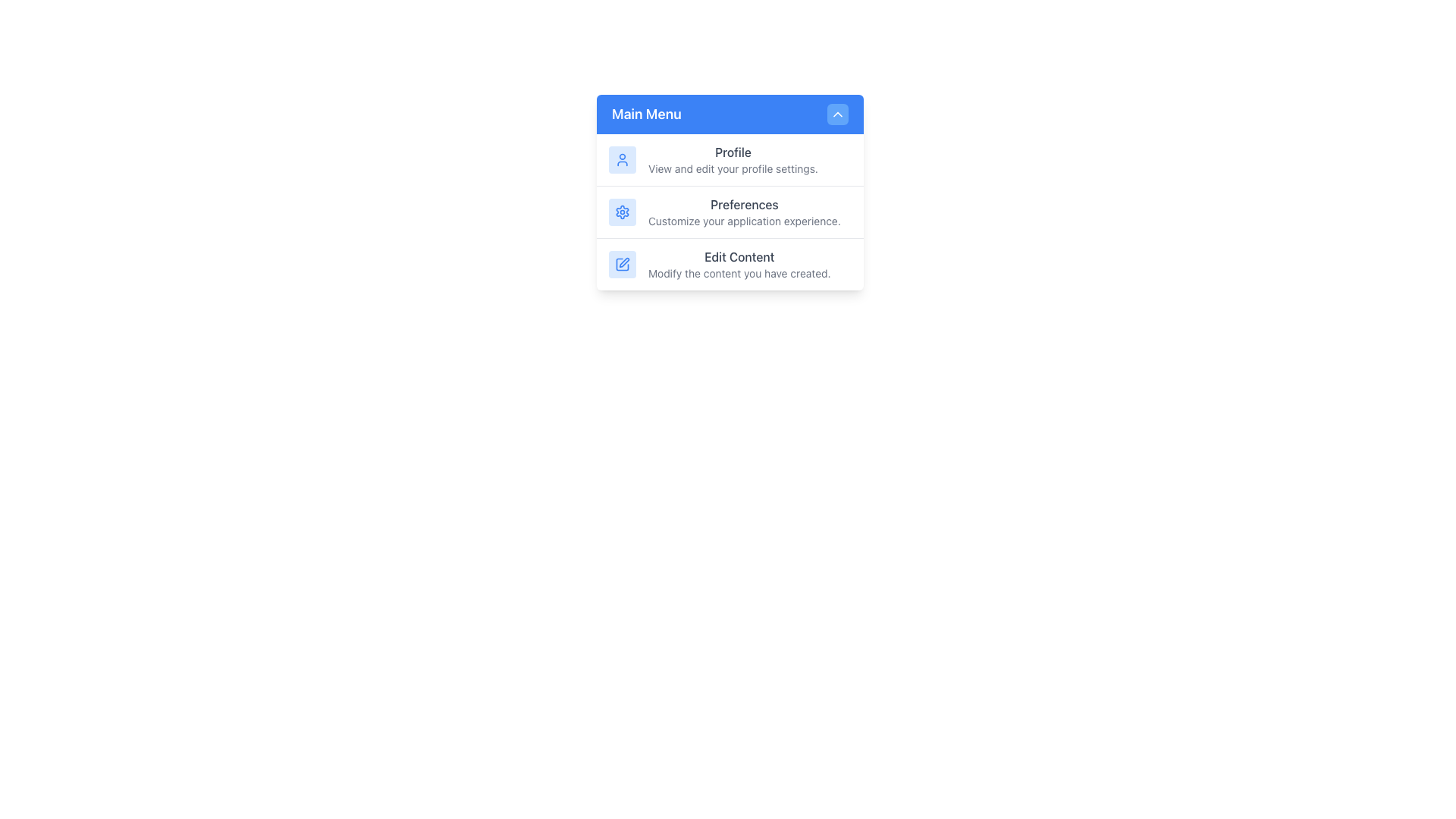  Describe the element at coordinates (622, 212) in the screenshot. I see `the gear icon representing the 'Preferences' option in the menu` at that location.